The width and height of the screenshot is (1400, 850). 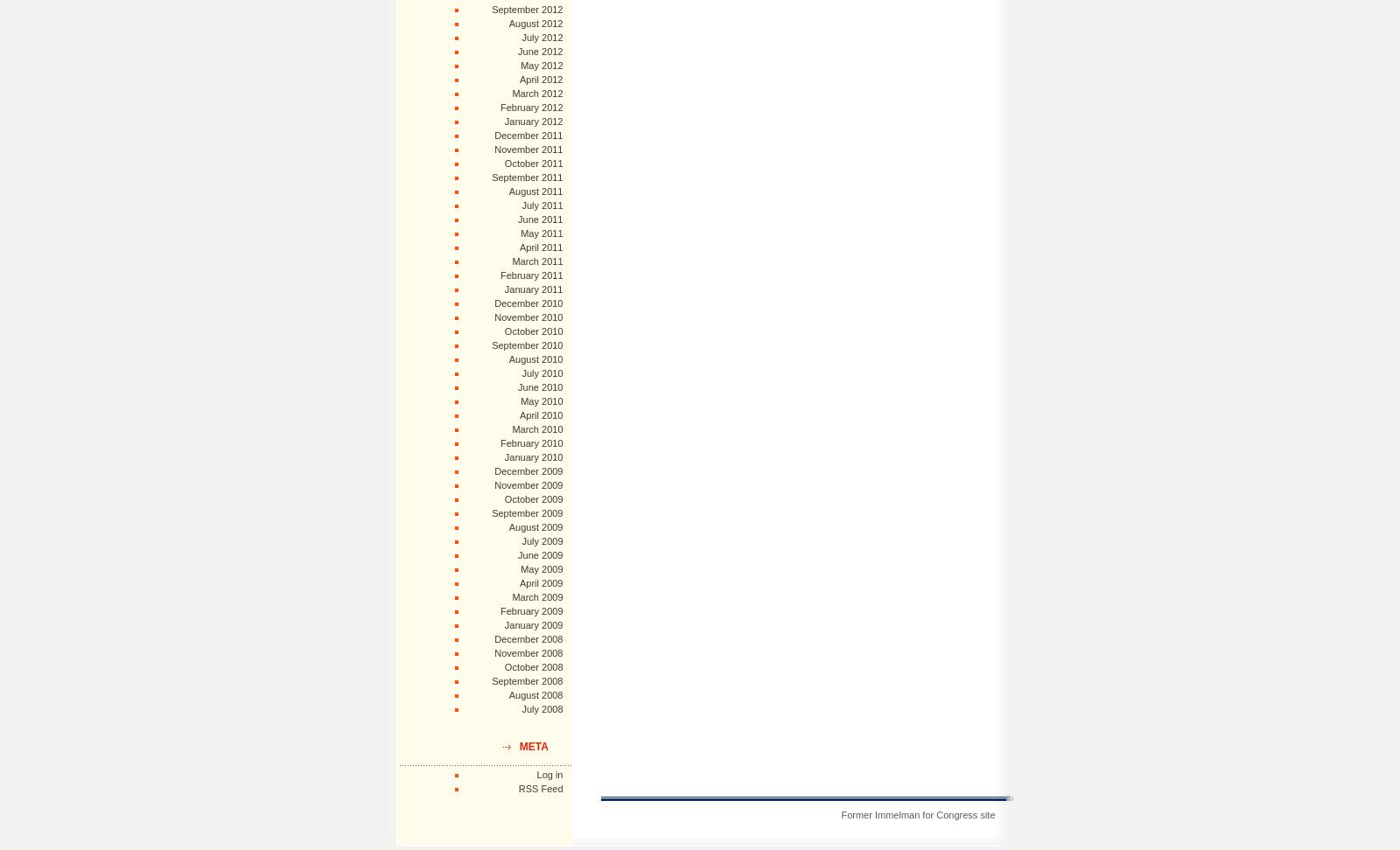 What do you see at coordinates (533, 746) in the screenshot?
I see `'meta'` at bounding box center [533, 746].